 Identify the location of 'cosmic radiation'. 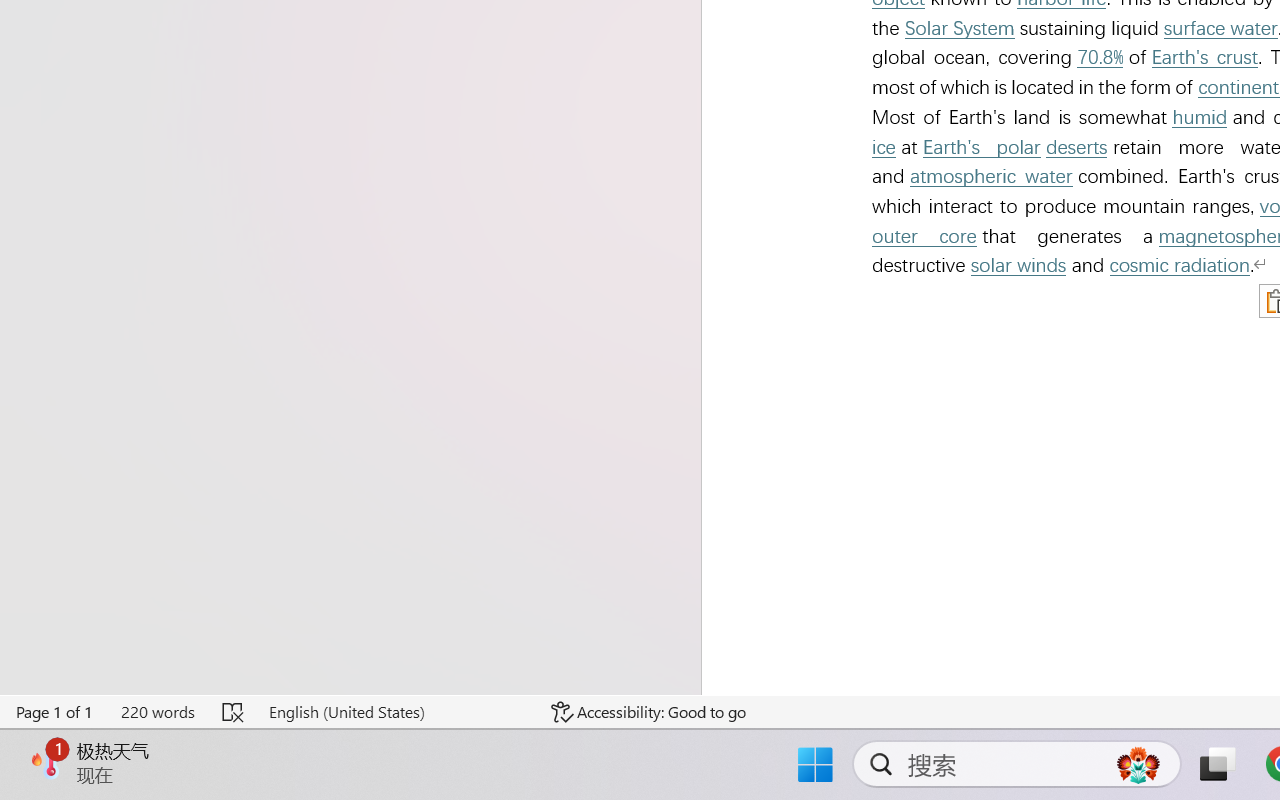
(1180, 264).